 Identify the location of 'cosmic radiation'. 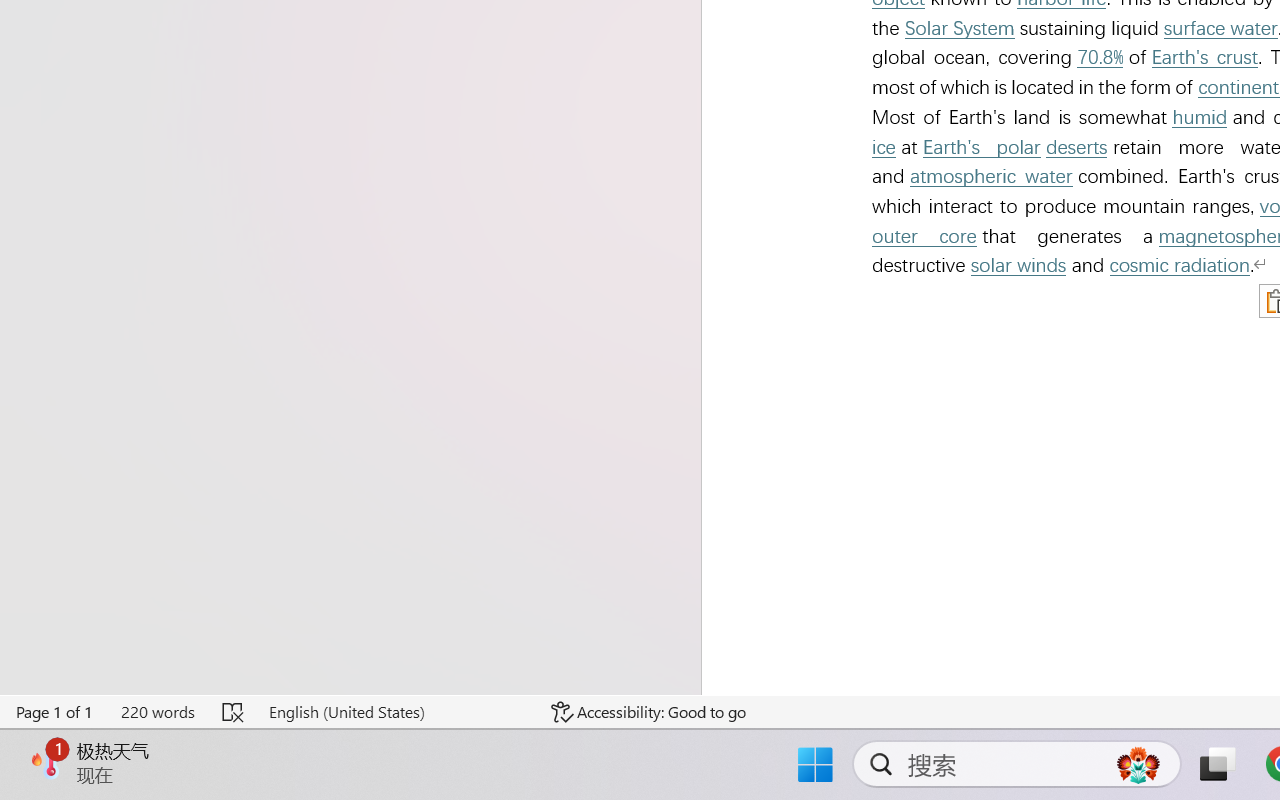
(1180, 264).